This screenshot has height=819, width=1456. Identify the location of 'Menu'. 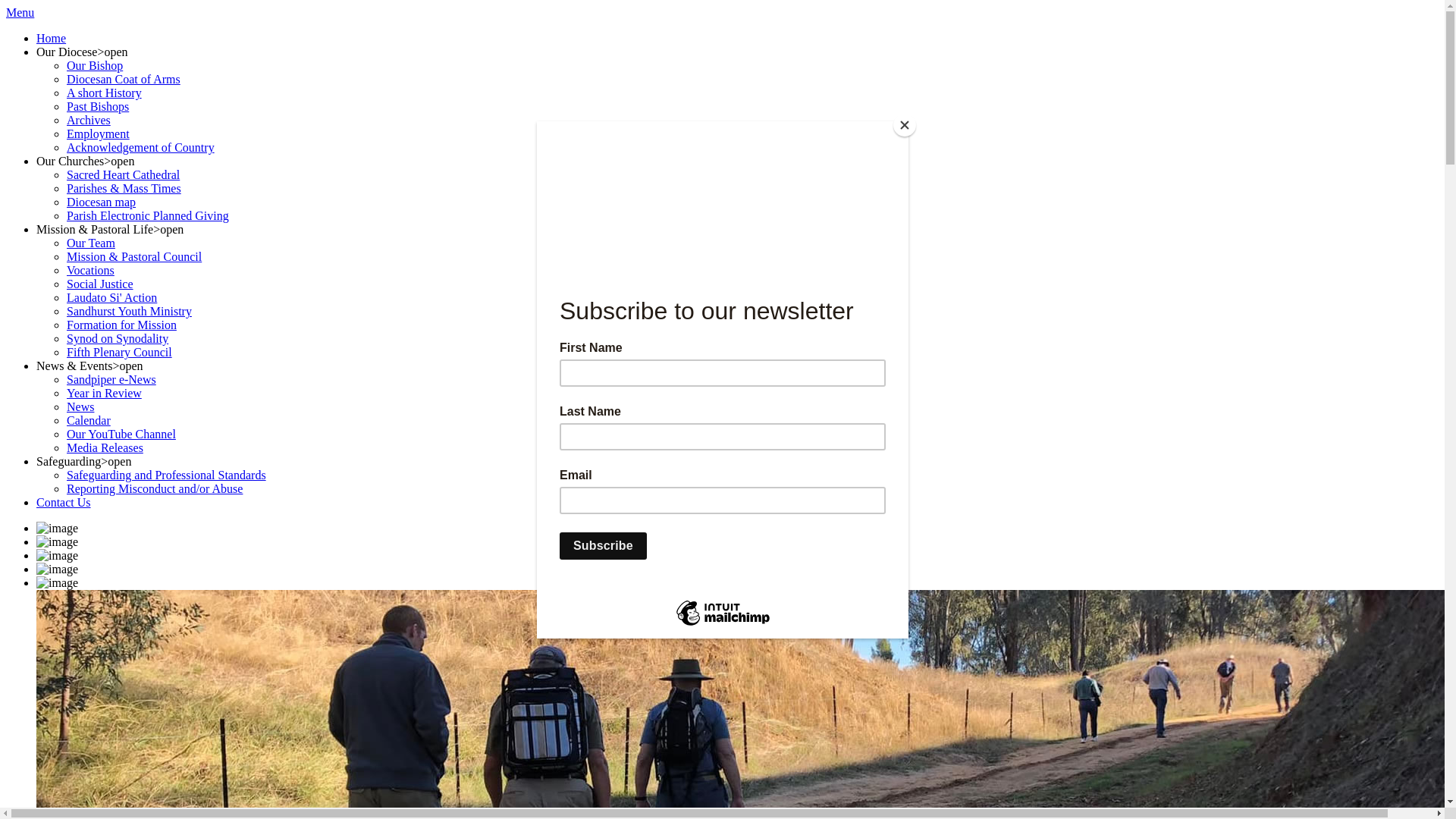
(6, 12).